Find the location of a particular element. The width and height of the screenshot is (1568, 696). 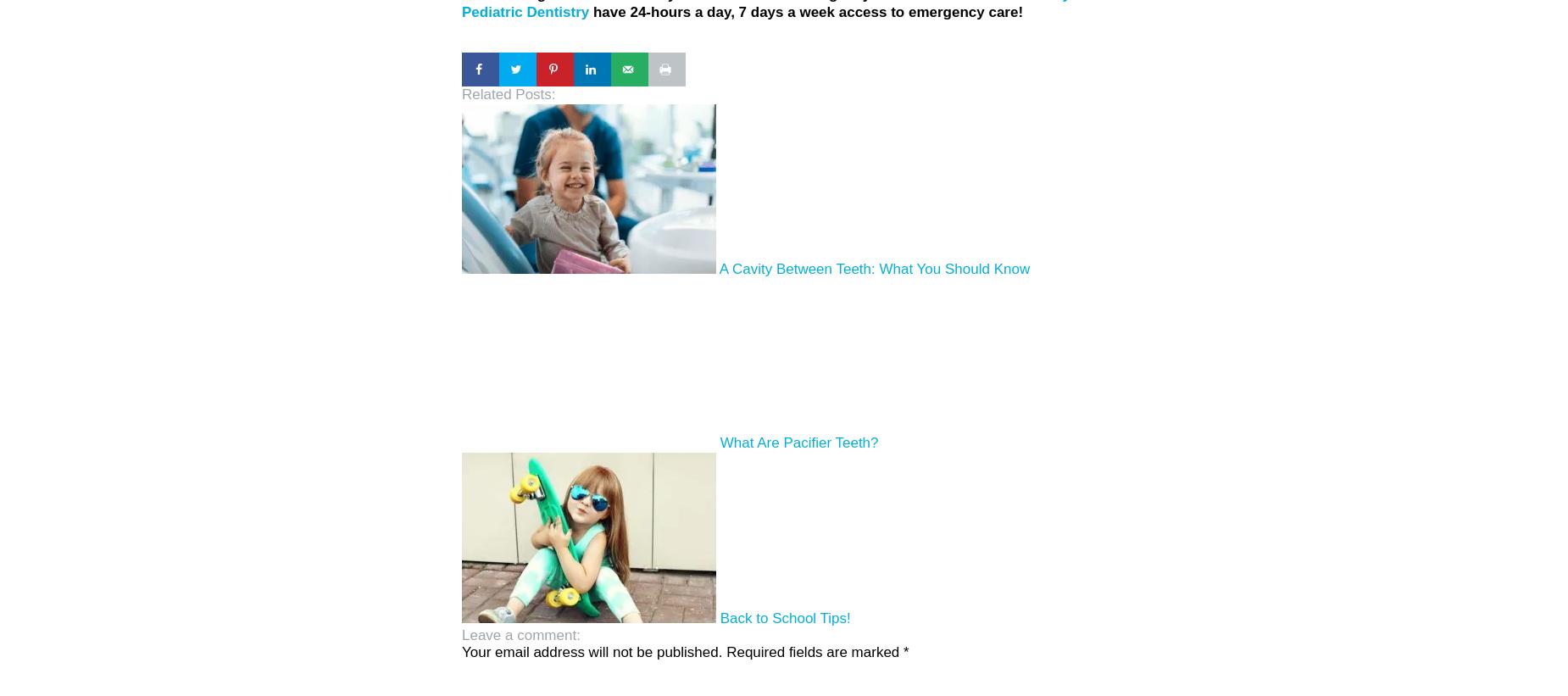

'Leave a comment:' is located at coordinates (542, 587).